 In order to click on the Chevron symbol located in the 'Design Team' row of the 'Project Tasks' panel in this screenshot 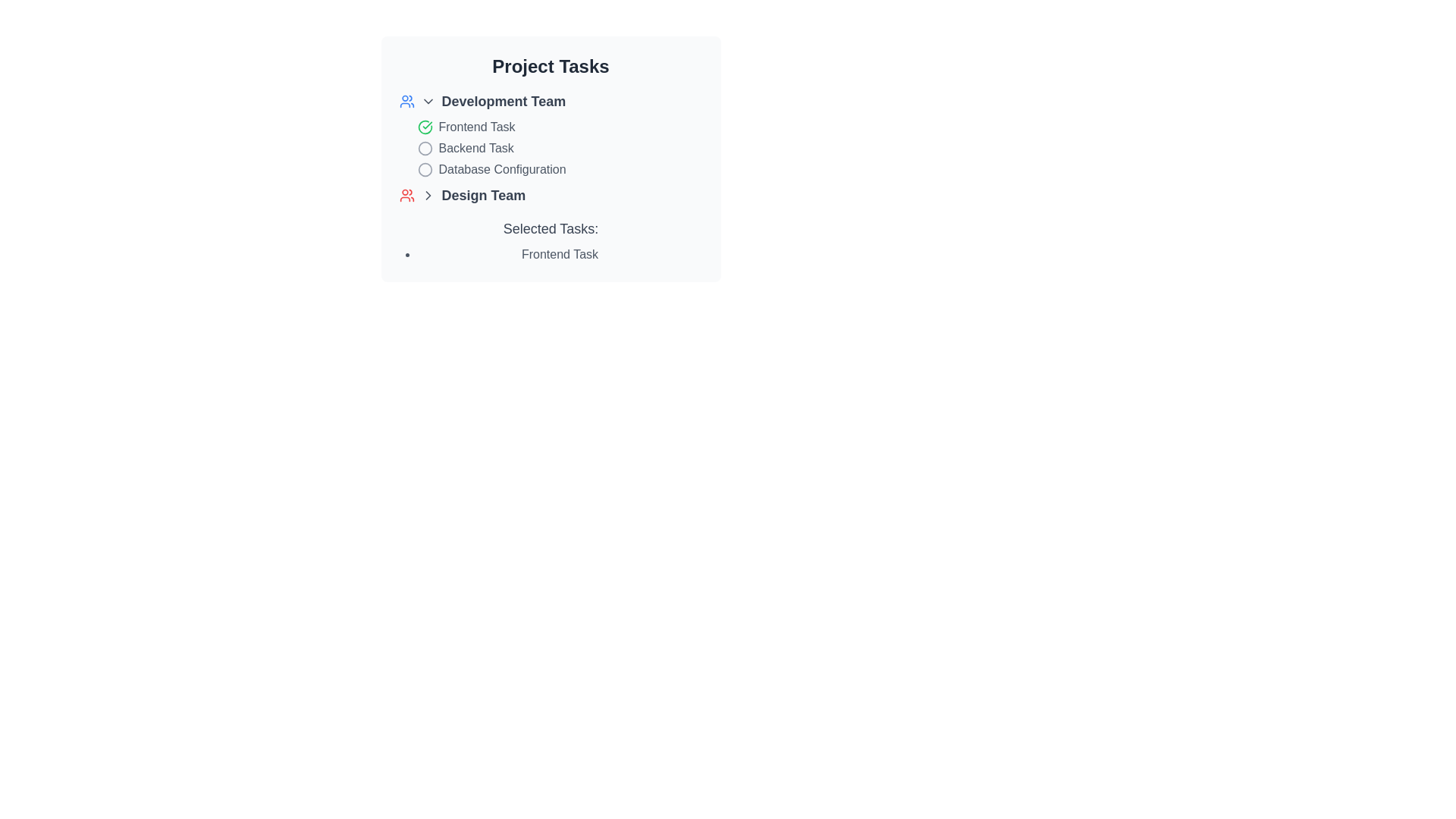, I will do `click(427, 195)`.